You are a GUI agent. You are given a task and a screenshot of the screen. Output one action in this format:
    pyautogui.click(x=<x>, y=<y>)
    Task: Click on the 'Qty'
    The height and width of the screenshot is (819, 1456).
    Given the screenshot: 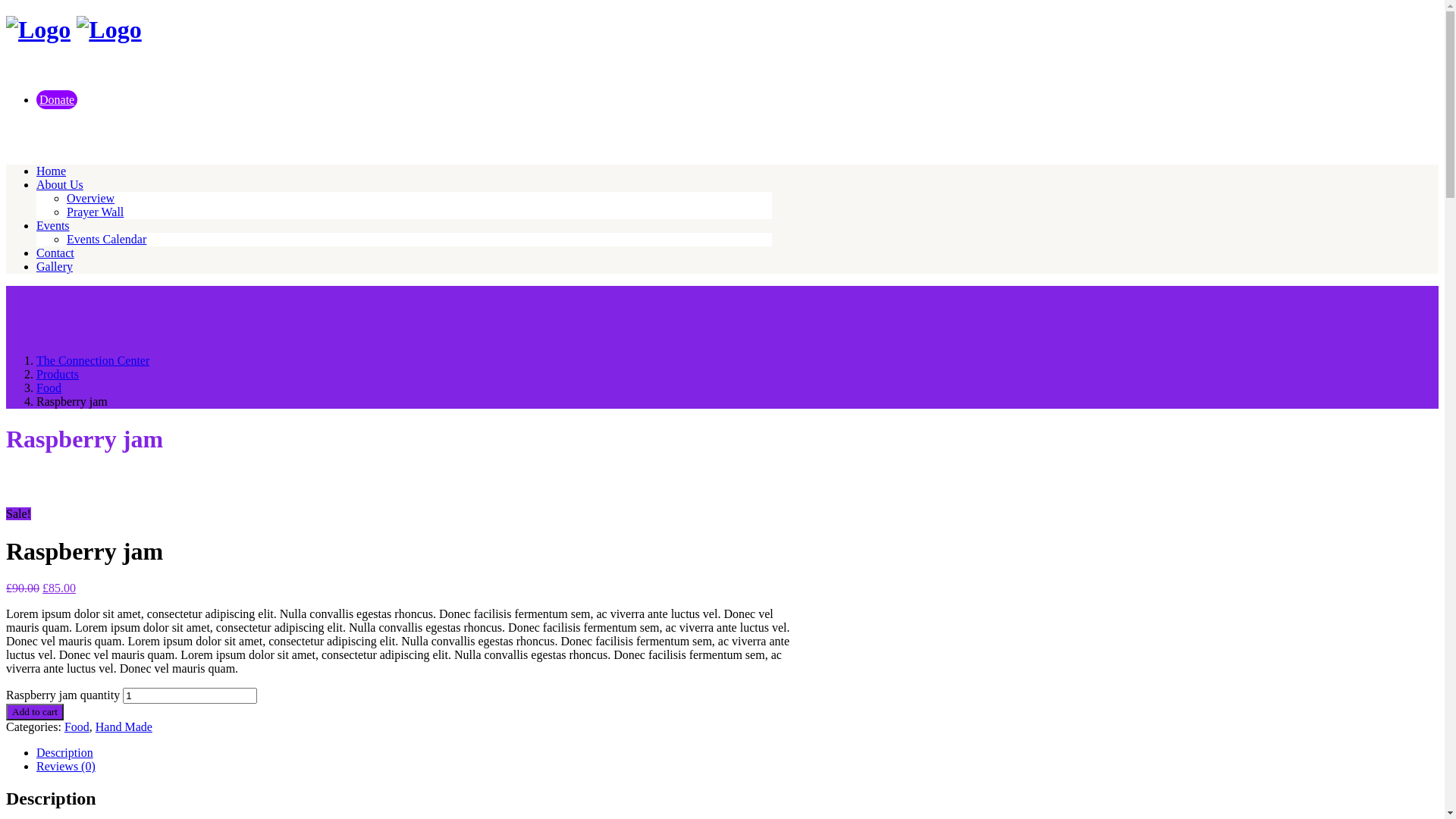 What is the action you would take?
    pyautogui.click(x=123, y=695)
    